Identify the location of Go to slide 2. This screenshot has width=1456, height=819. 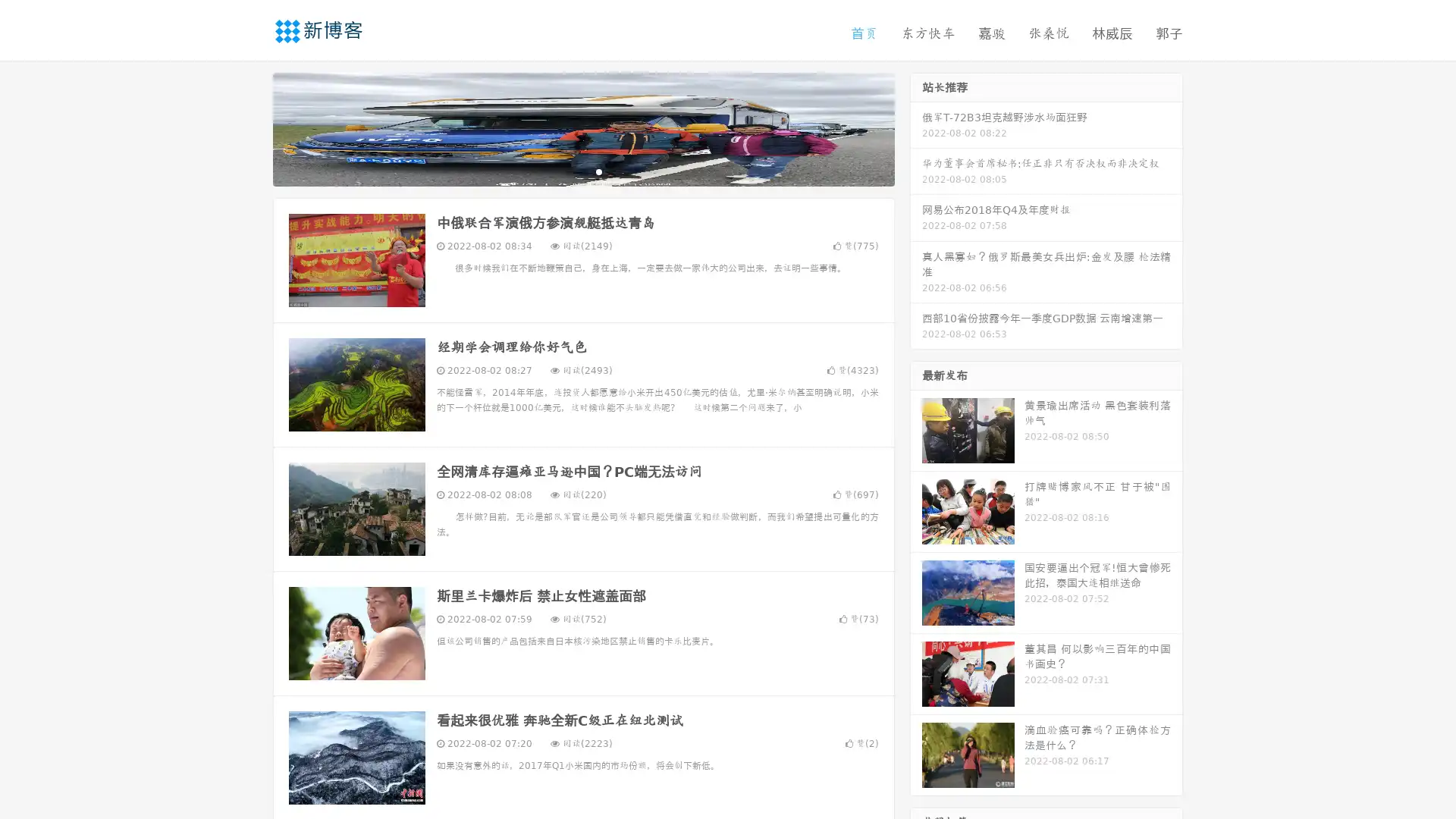
(582, 171).